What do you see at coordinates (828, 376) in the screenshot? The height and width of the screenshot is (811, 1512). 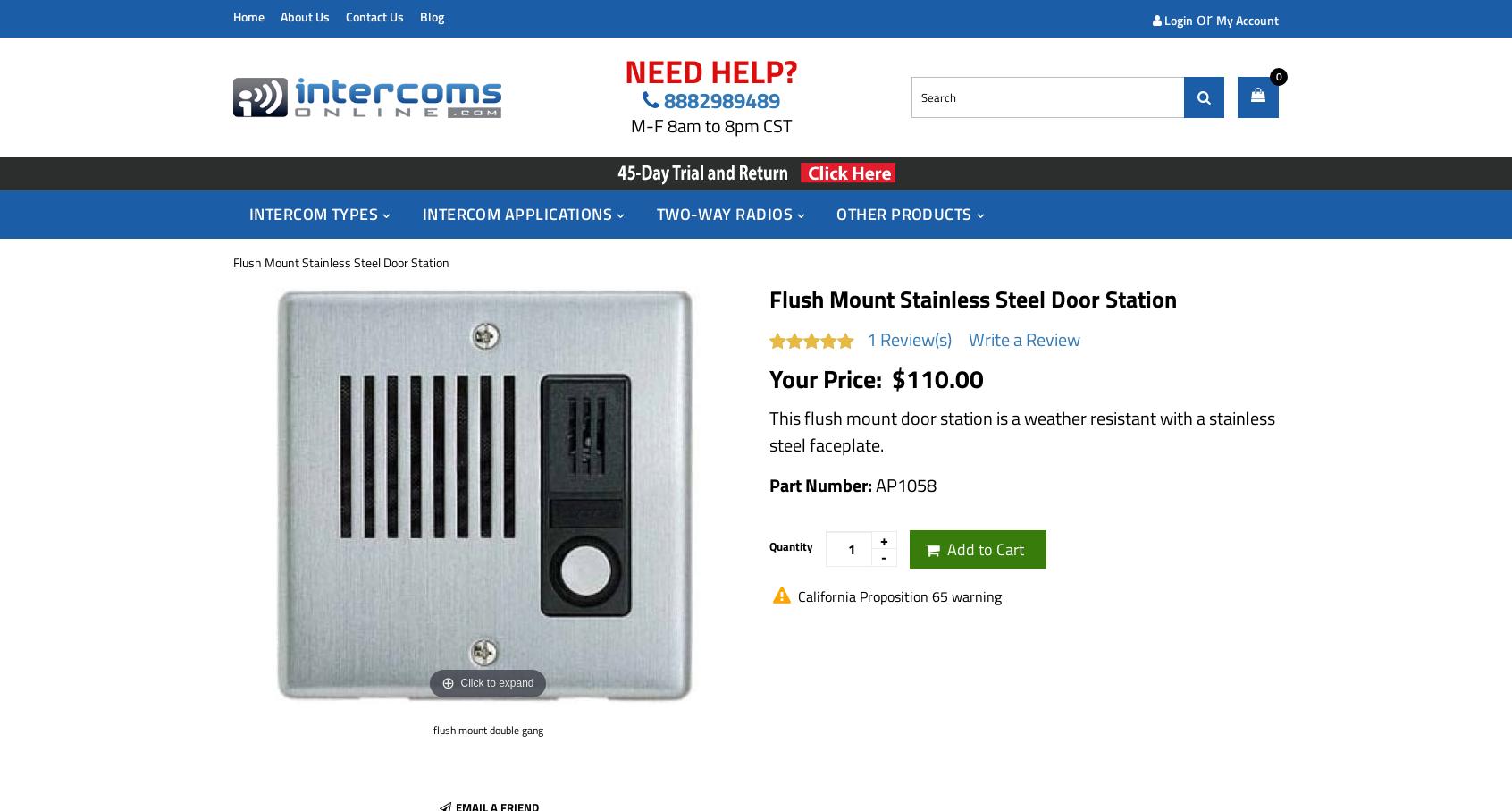 I see `'Your Price:'` at bounding box center [828, 376].